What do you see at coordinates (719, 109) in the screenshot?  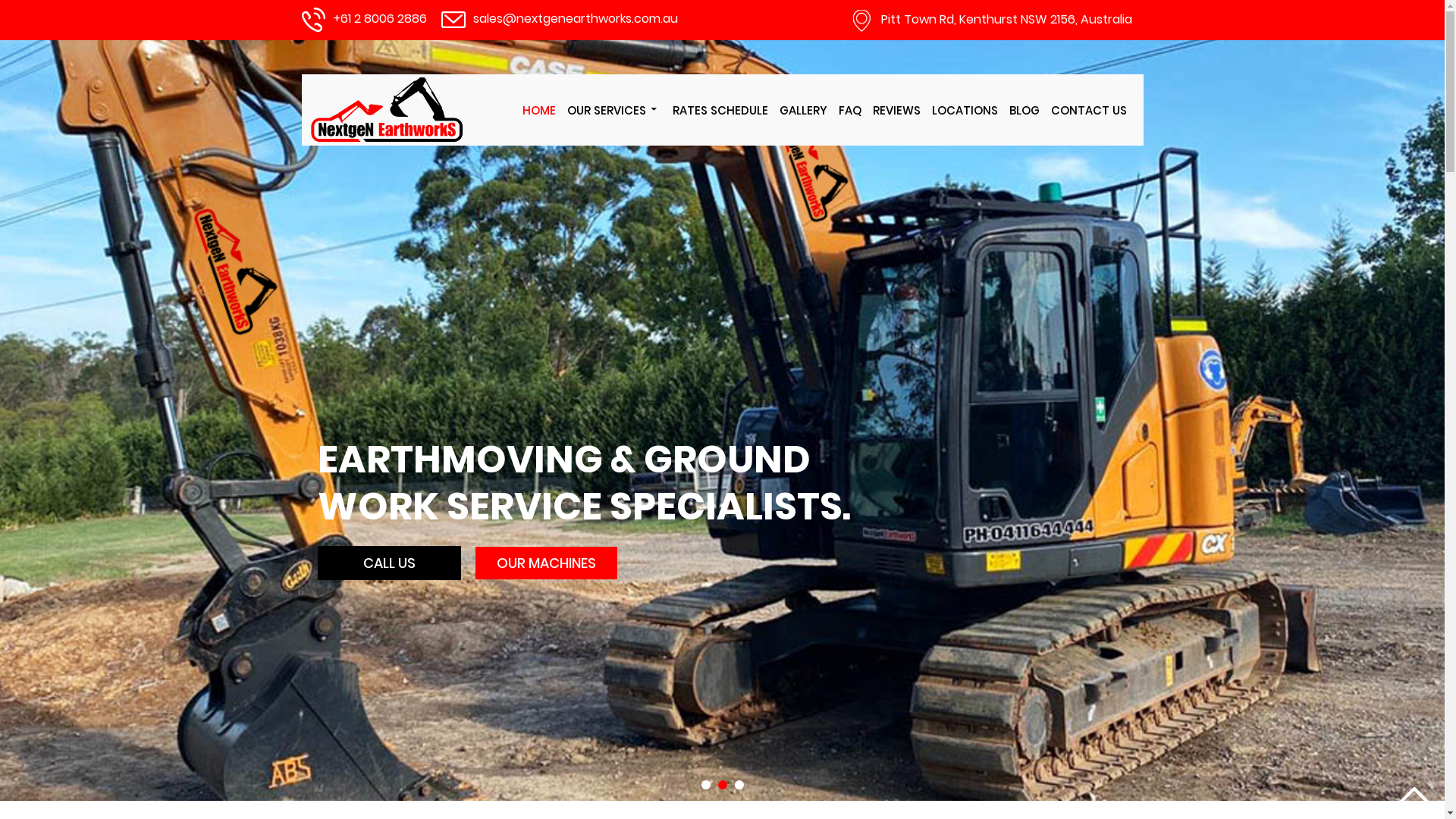 I see `'RATES SCHEDULE'` at bounding box center [719, 109].